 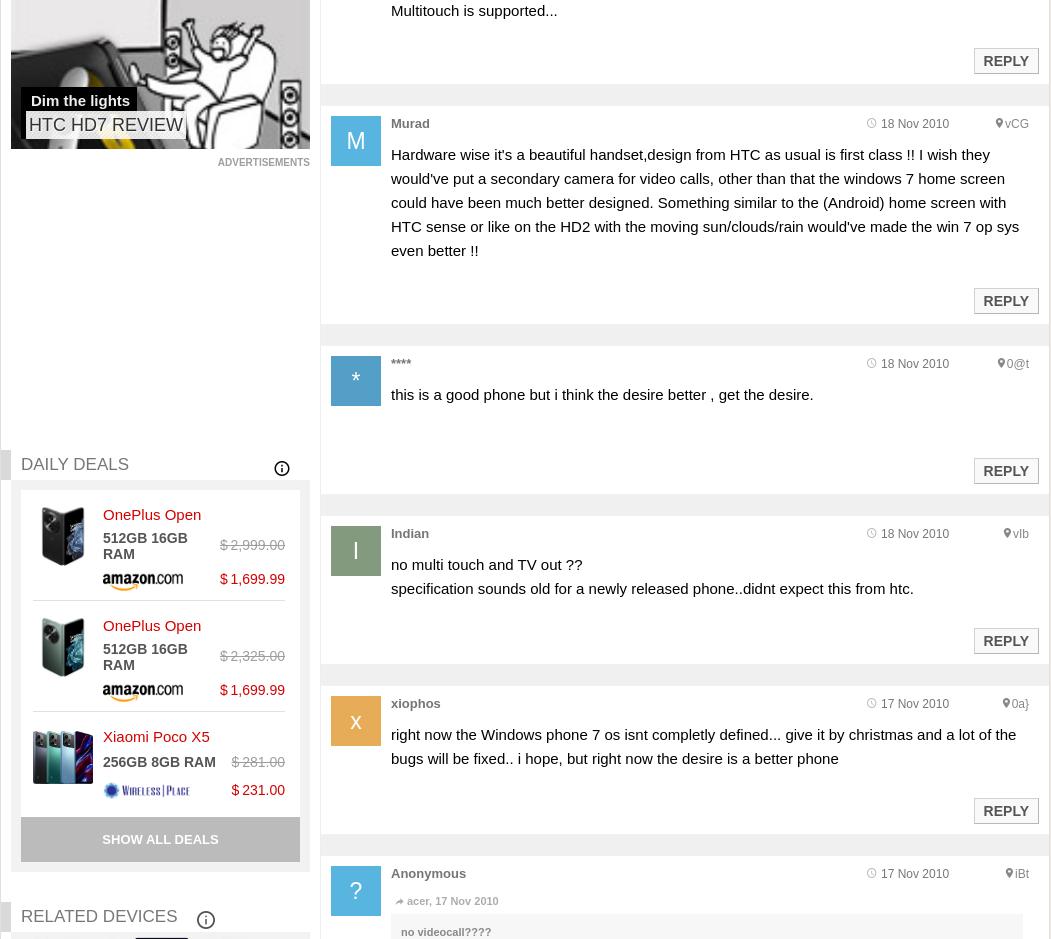 I want to click on 'right now the Windows phone 7 os isnt completly defined... give it by christmas and a lot of the bugs will be fixed.. i hope, but right now the desire is a better phone', so click(x=702, y=746).